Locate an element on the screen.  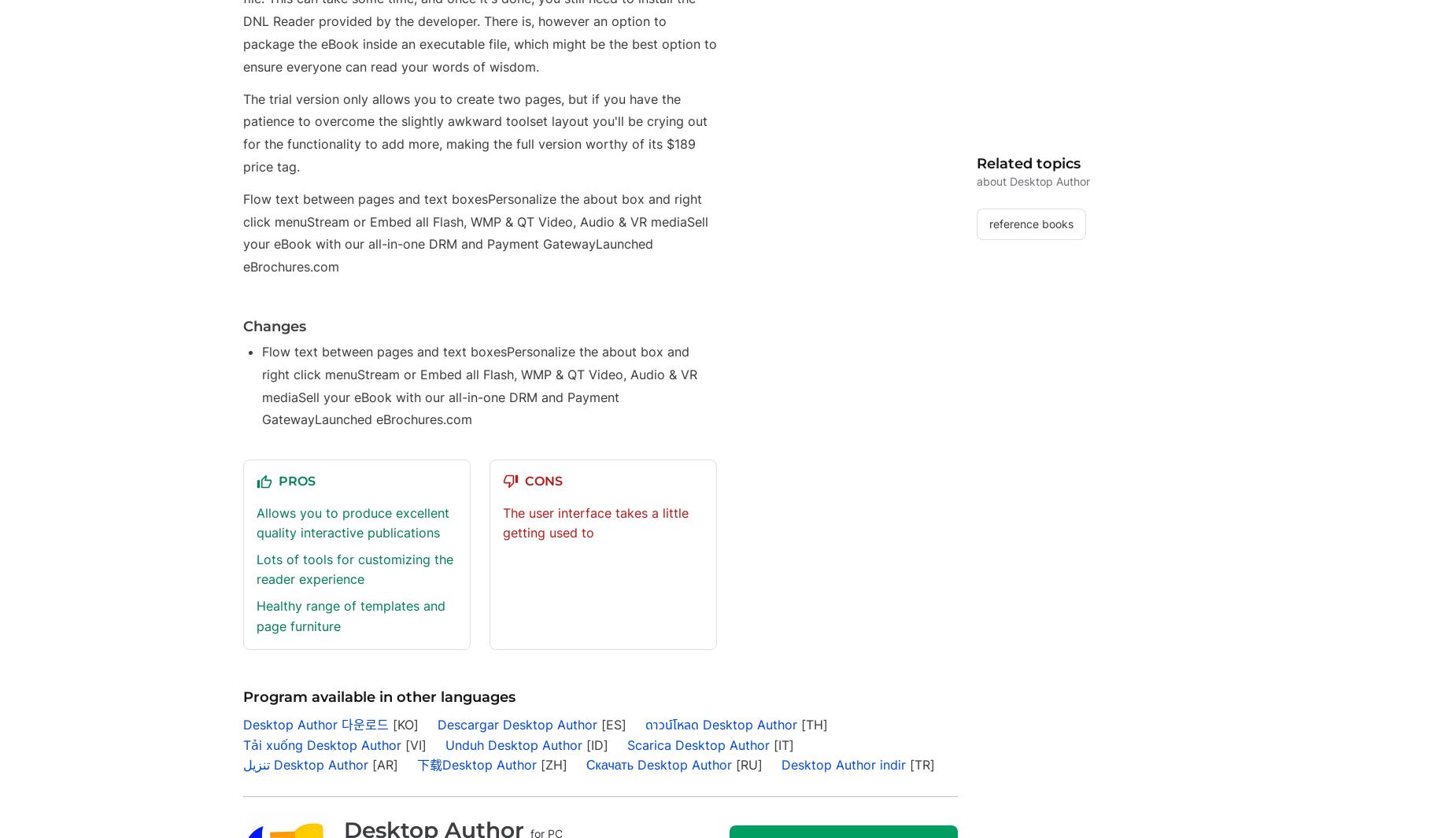
'Nederlands' is located at coordinates (771, 123).